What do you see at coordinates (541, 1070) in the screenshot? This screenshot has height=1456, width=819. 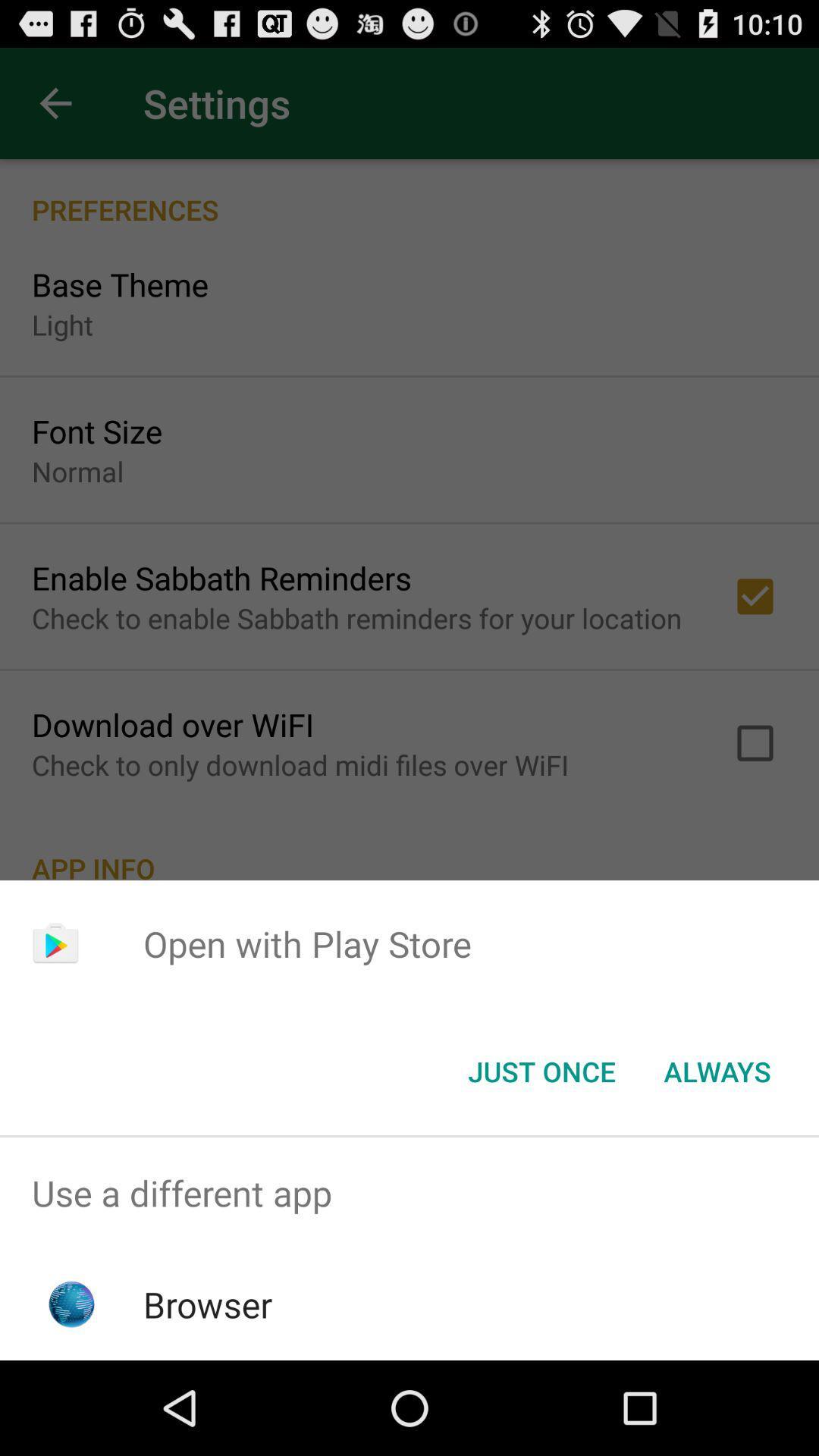 I see `the icon below the open with play item` at bounding box center [541, 1070].